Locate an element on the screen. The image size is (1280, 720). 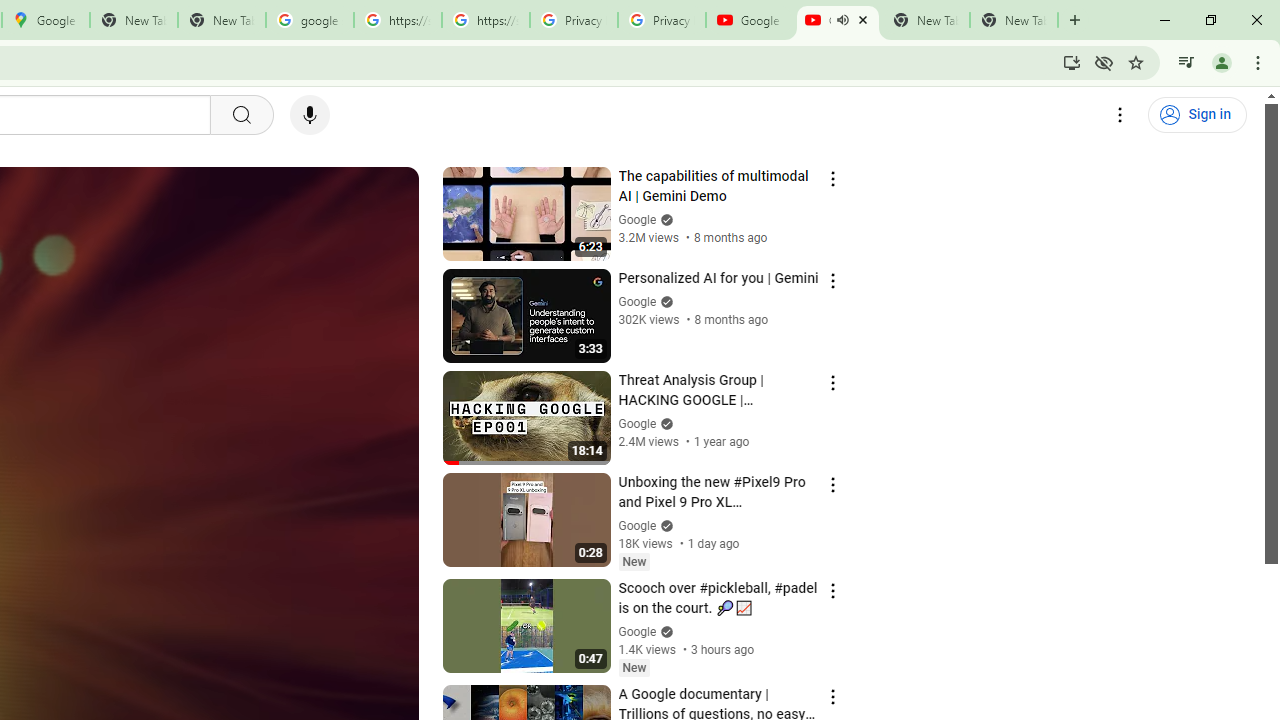
'Mute tab' is located at coordinates (842, 20).